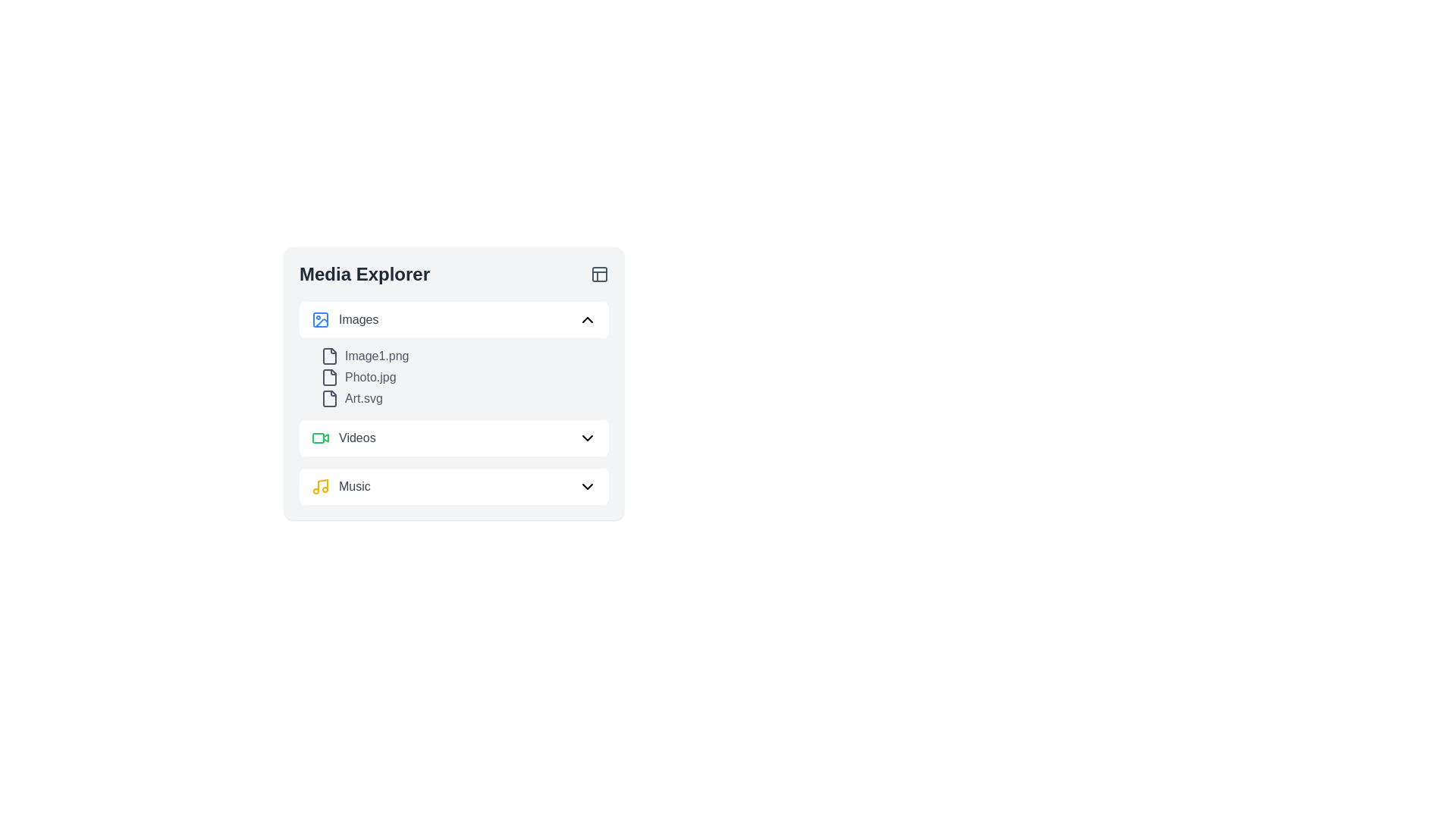  What do you see at coordinates (356, 438) in the screenshot?
I see `the text label displaying 'Videos' in gray font, located in the second section of the vertical list under 'Media Explorer'` at bounding box center [356, 438].